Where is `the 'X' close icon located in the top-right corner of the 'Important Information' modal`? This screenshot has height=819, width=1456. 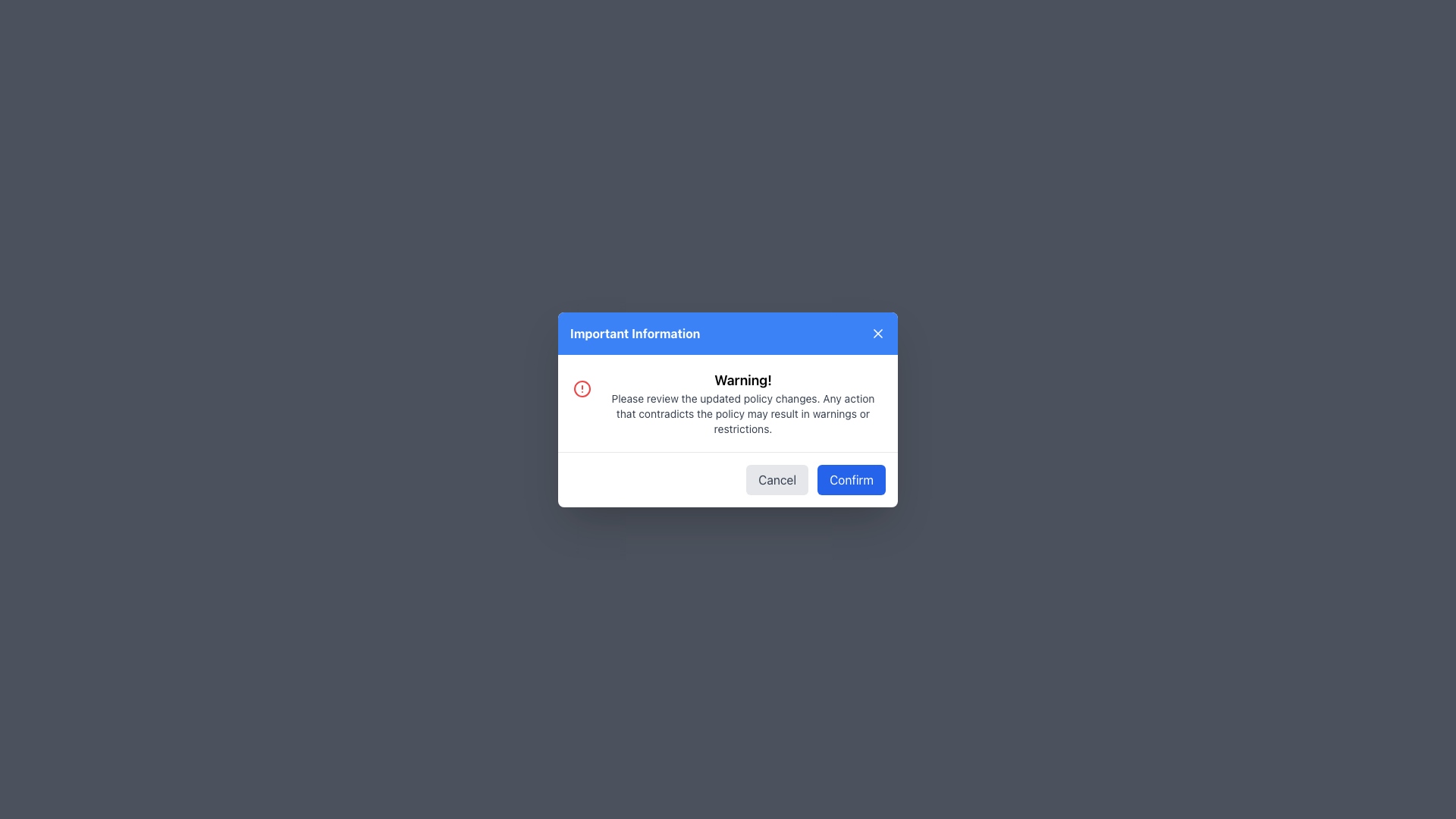
the 'X' close icon located in the top-right corner of the 'Important Information' modal is located at coordinates (877, 332).